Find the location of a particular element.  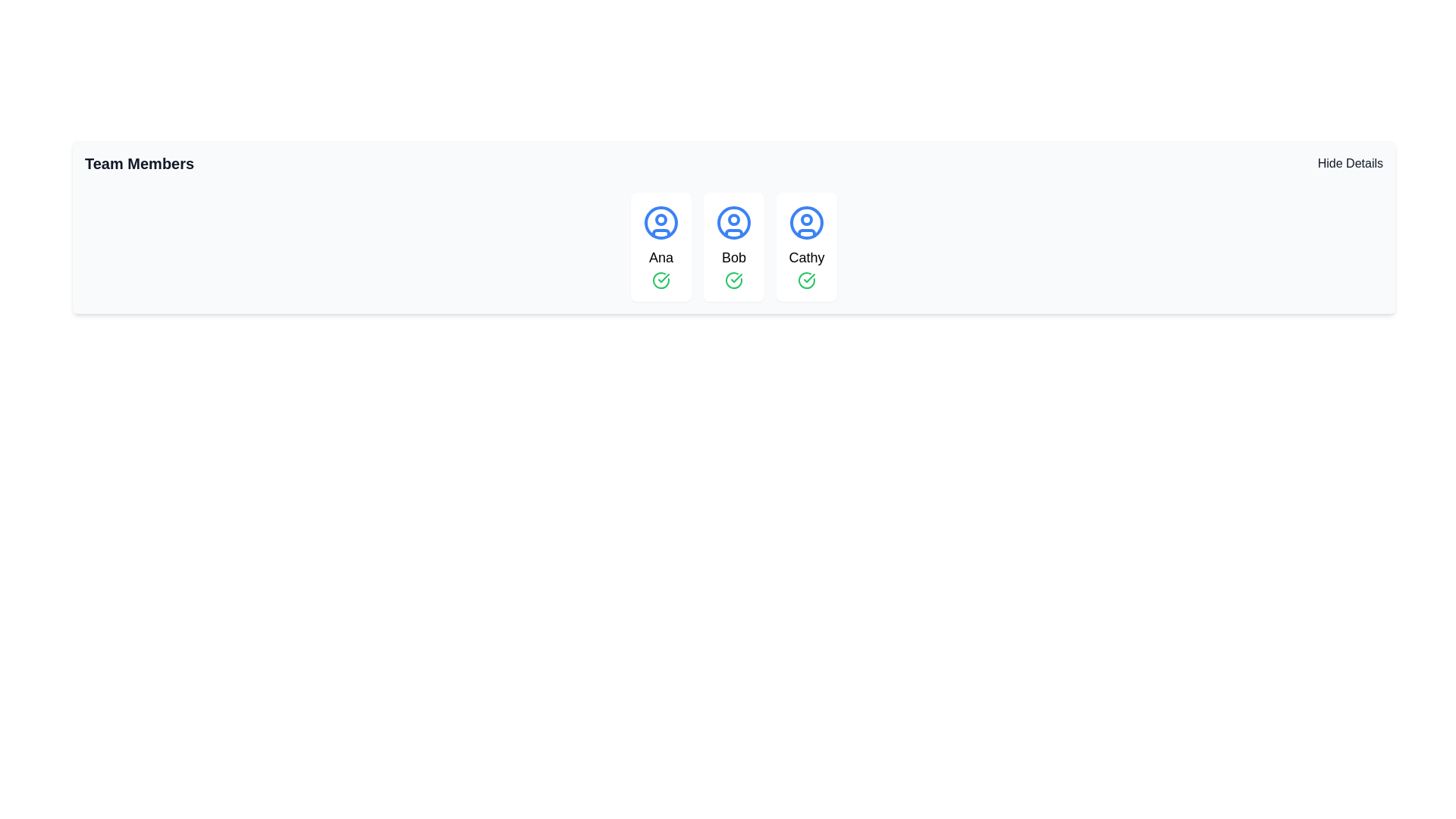

the circular outlined checkmark icon located in the confirmation icon area under the user labeled 'Bob' is located at coordinates (734, 281).